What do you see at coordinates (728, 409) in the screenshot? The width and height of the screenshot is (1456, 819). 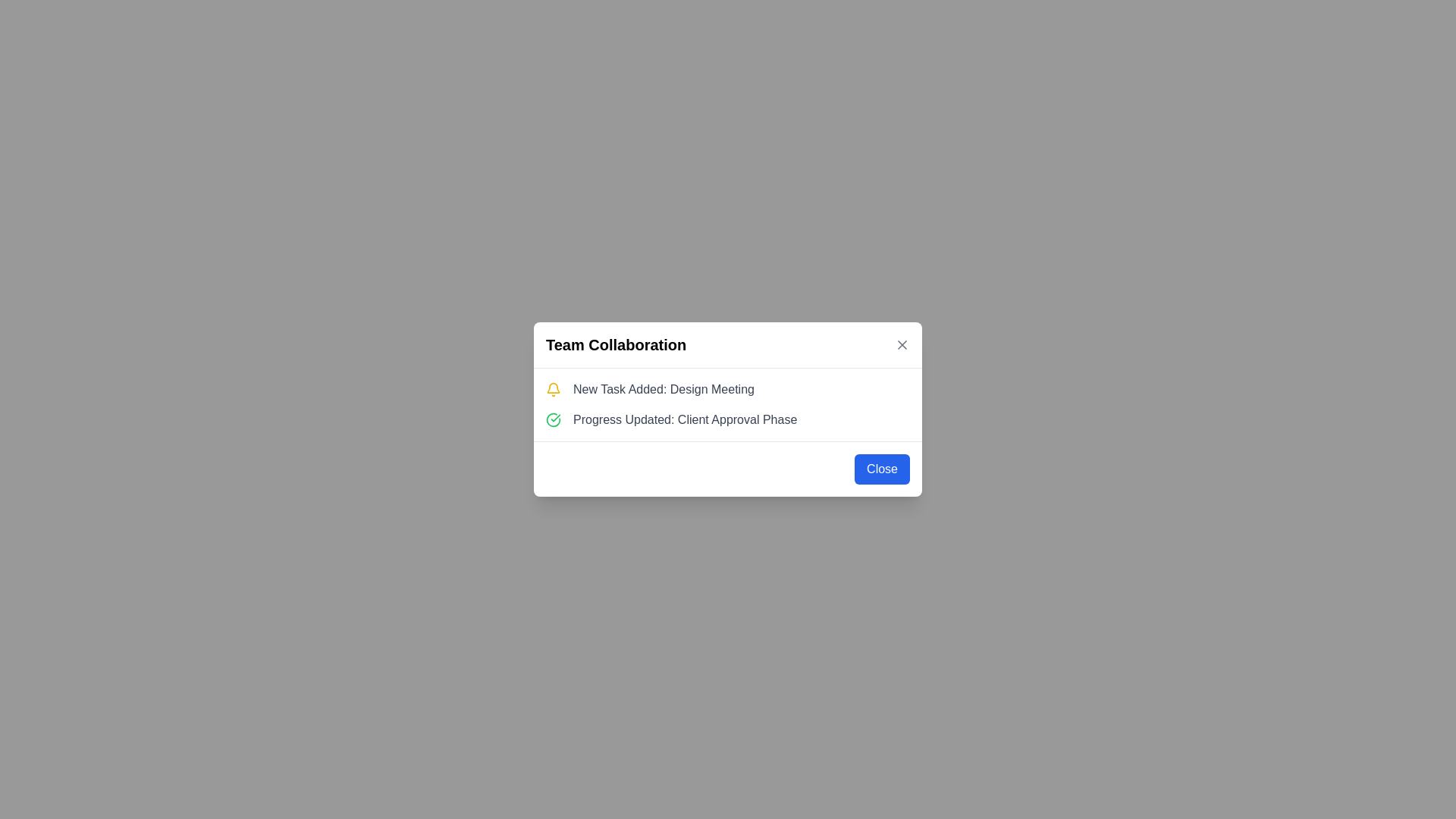 I see `the 'Team Collaboration' modal dialog box to interact with its nested elements, including the close button and notifications` at bounding box center [728, 409].